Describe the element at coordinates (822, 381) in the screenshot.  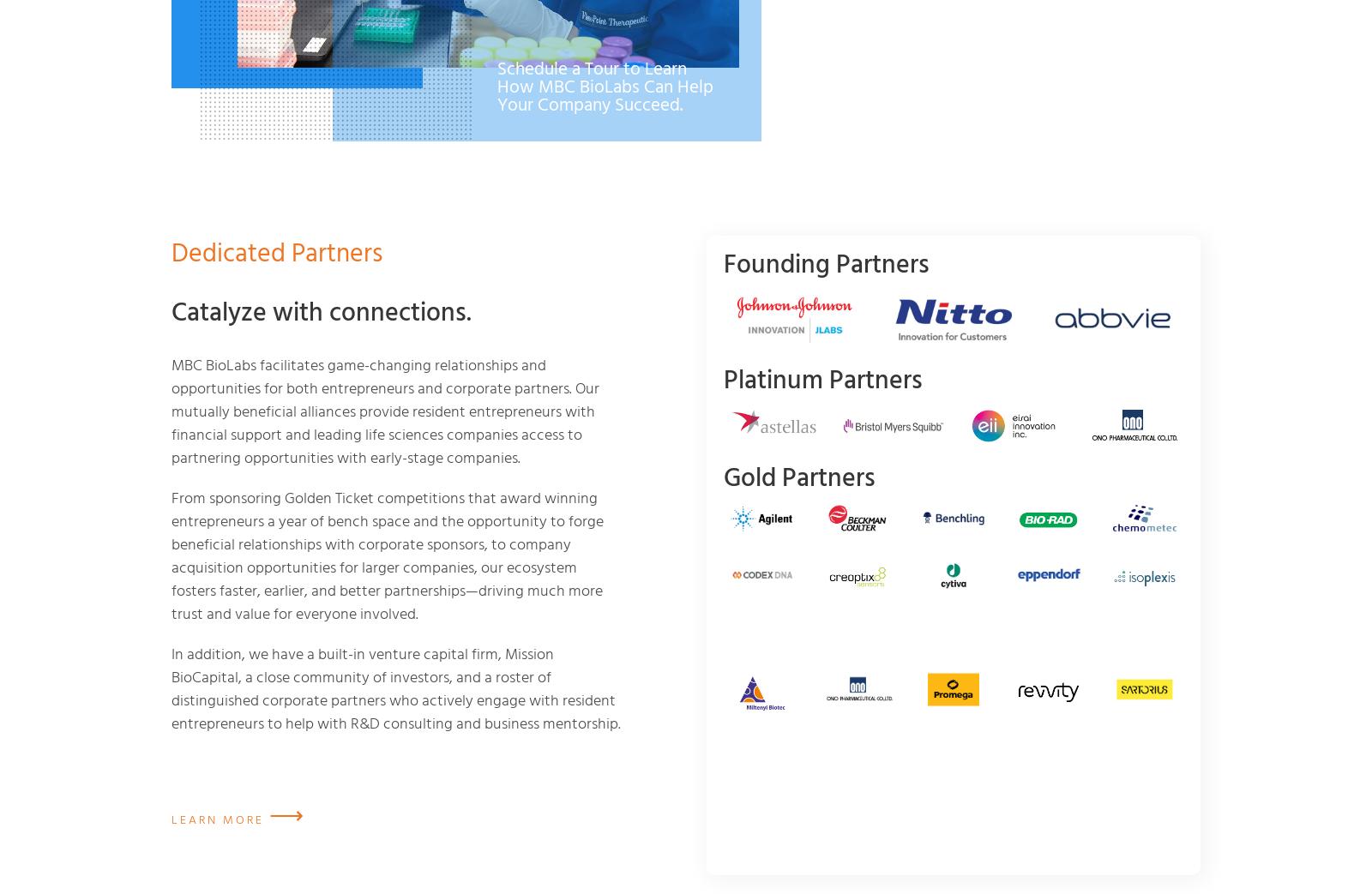
I see `'Platinum Partners'` at that location.